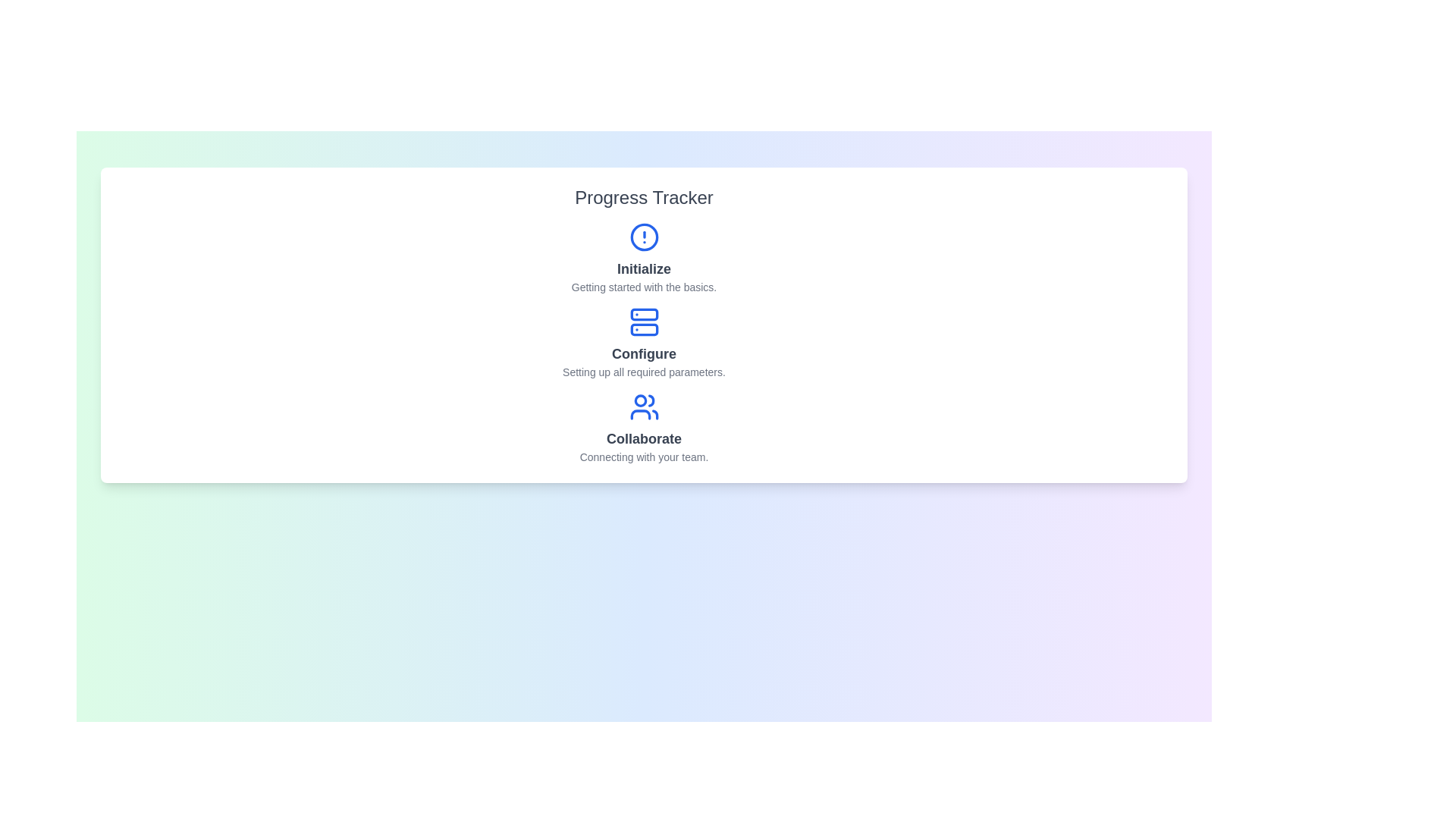 The height and width of the screenshot is (819, 1456). Describe the element at coordinates (644, 257) in the screenshot. I see `the step labeled Initialize` at that location.